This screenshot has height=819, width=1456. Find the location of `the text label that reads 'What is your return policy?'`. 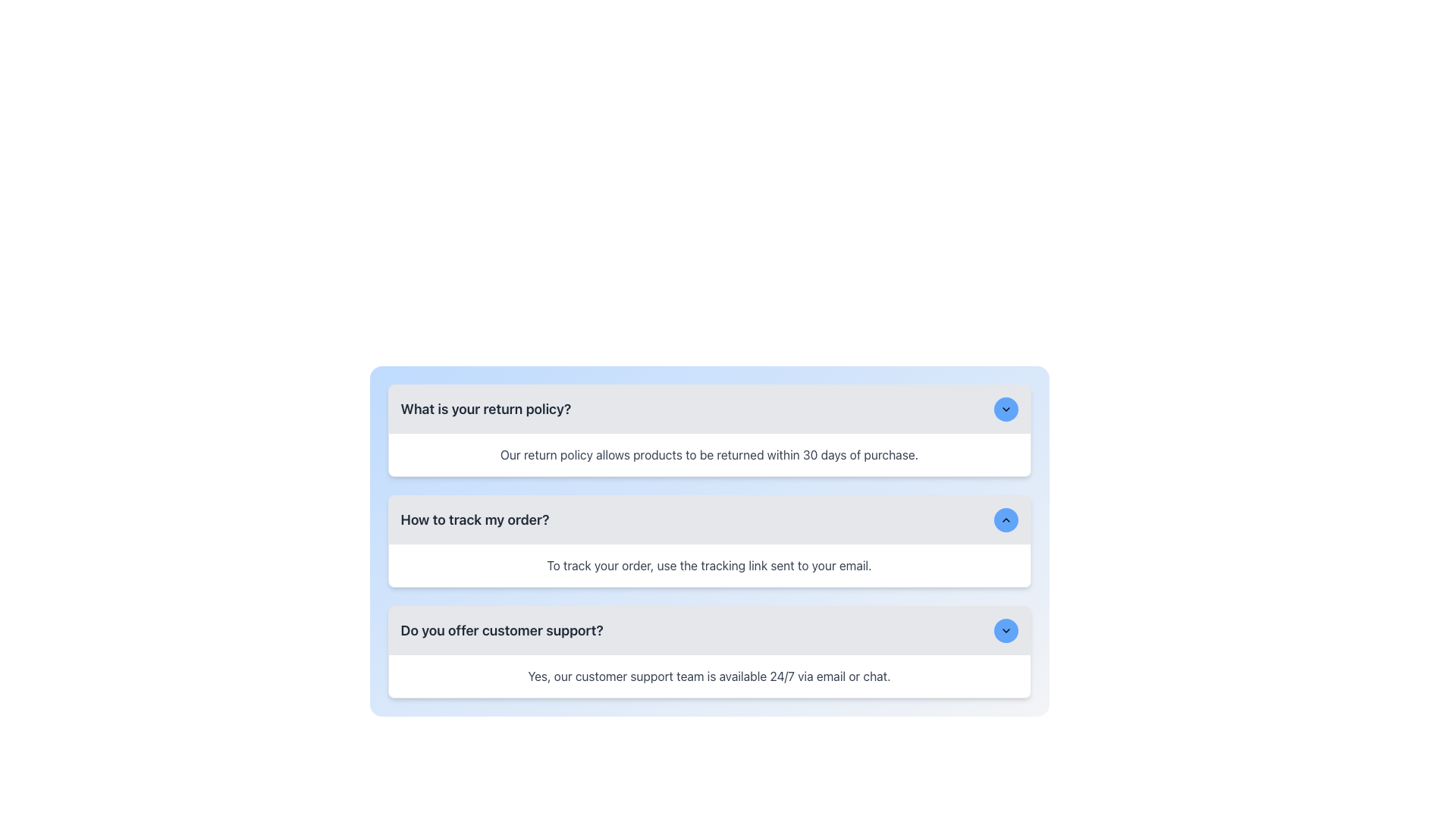

the text label that reads 'What is your return policy?' is located at coordinates (485, 409).